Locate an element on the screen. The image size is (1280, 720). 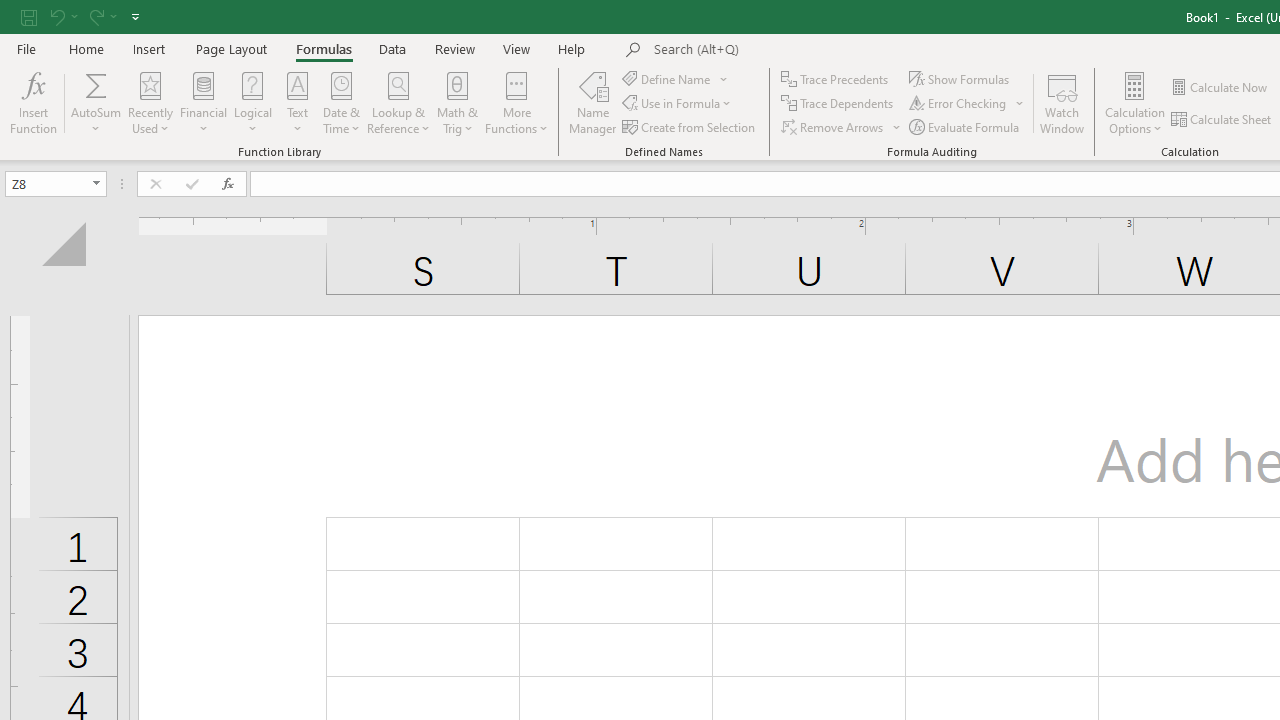
'Recently Used' is located at coordinates (150, 103).